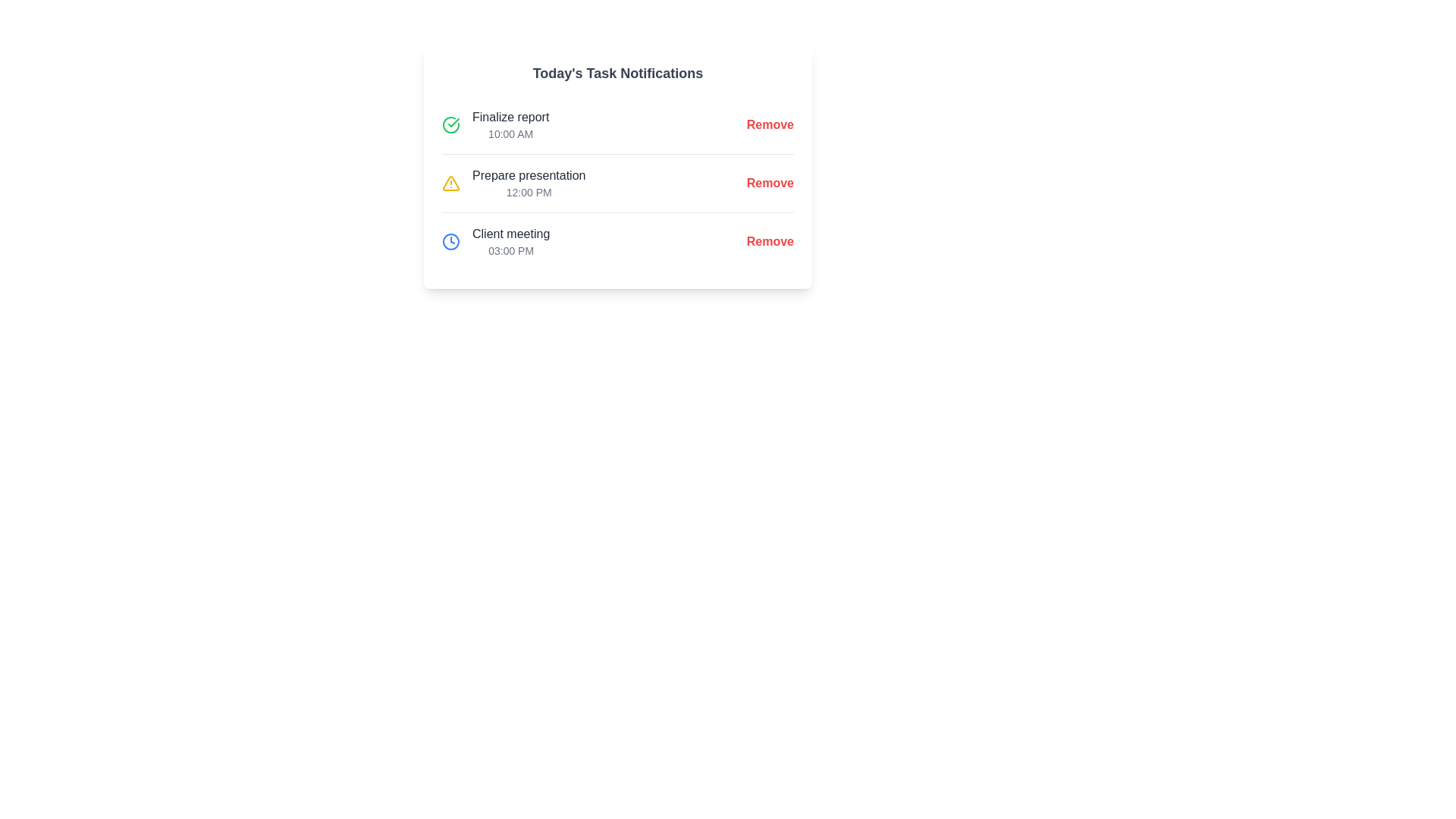  What do you see at coordinates (450, 241) in the screenshot?
I see `the circular component of the clock icon indicating the time for the 'Client meeting 03:00 PM' notification, which is located in the leftmost section of the third row in the notification panel` at bounding box center [450, 241].